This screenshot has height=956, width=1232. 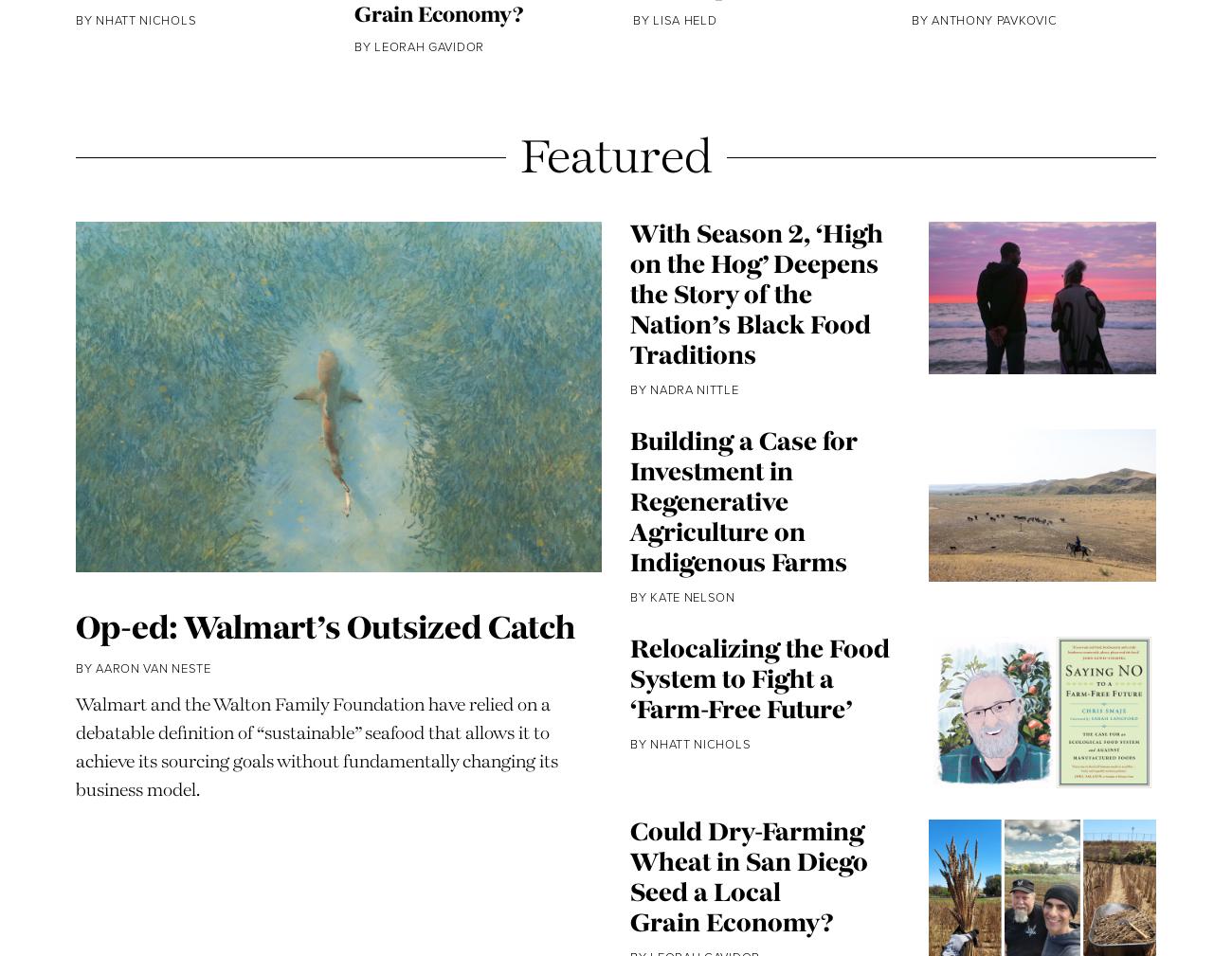 What do you see at coordinates (152, 725) in the screenshot?
I see `'Aaron Van Neste'` at bounding box center [152, 725].